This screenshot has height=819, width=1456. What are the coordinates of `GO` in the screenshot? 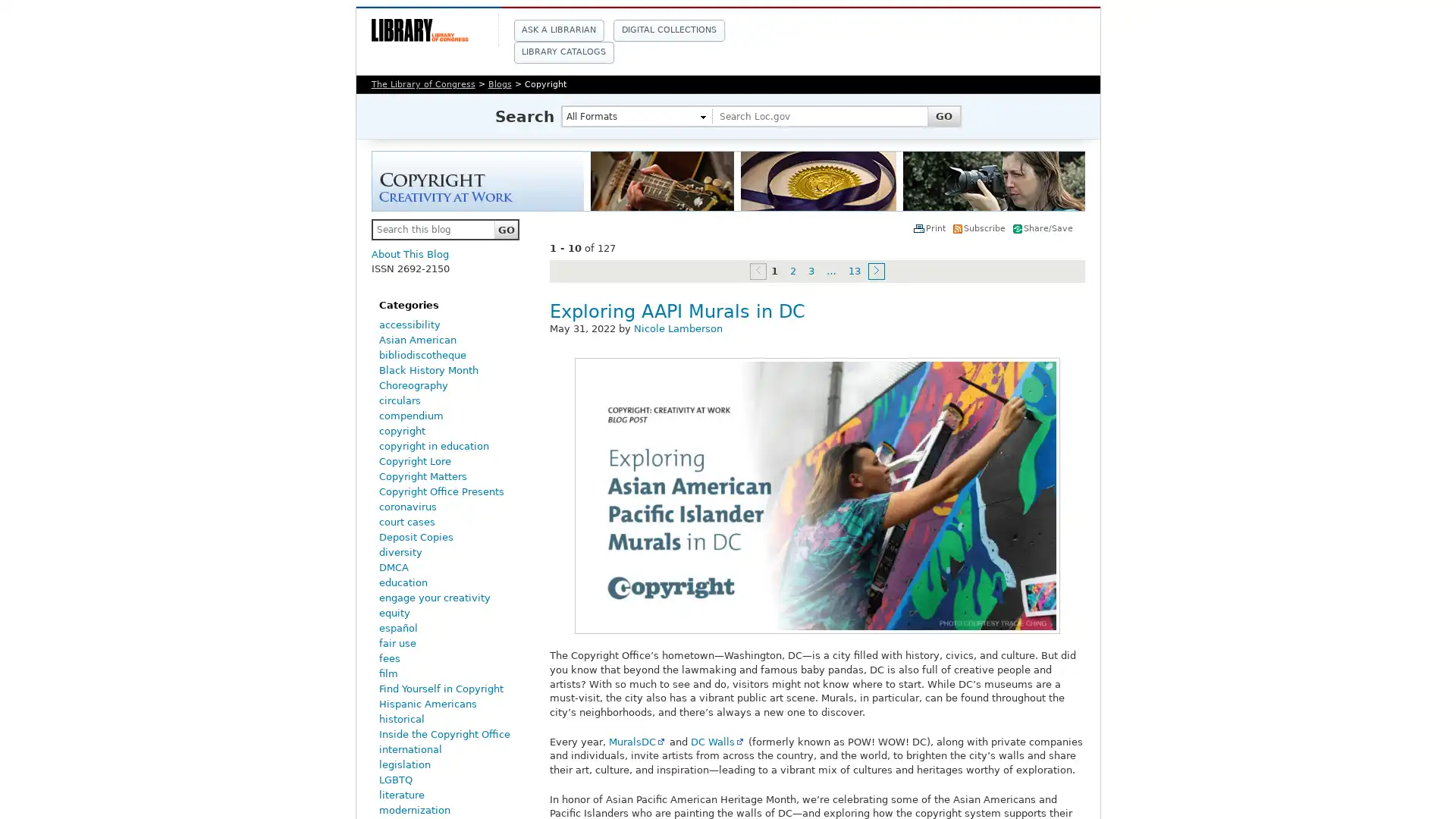 It's located at (506, 230).